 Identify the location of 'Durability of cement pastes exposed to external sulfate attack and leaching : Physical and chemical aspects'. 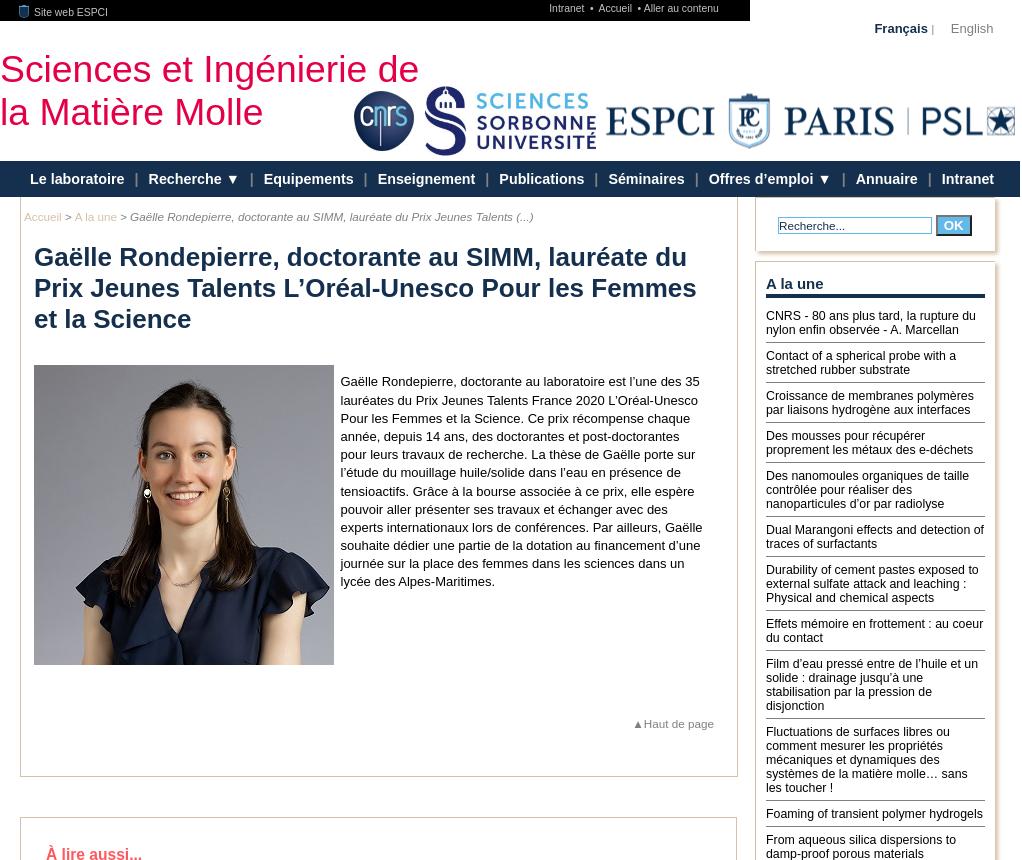
(764, 582).